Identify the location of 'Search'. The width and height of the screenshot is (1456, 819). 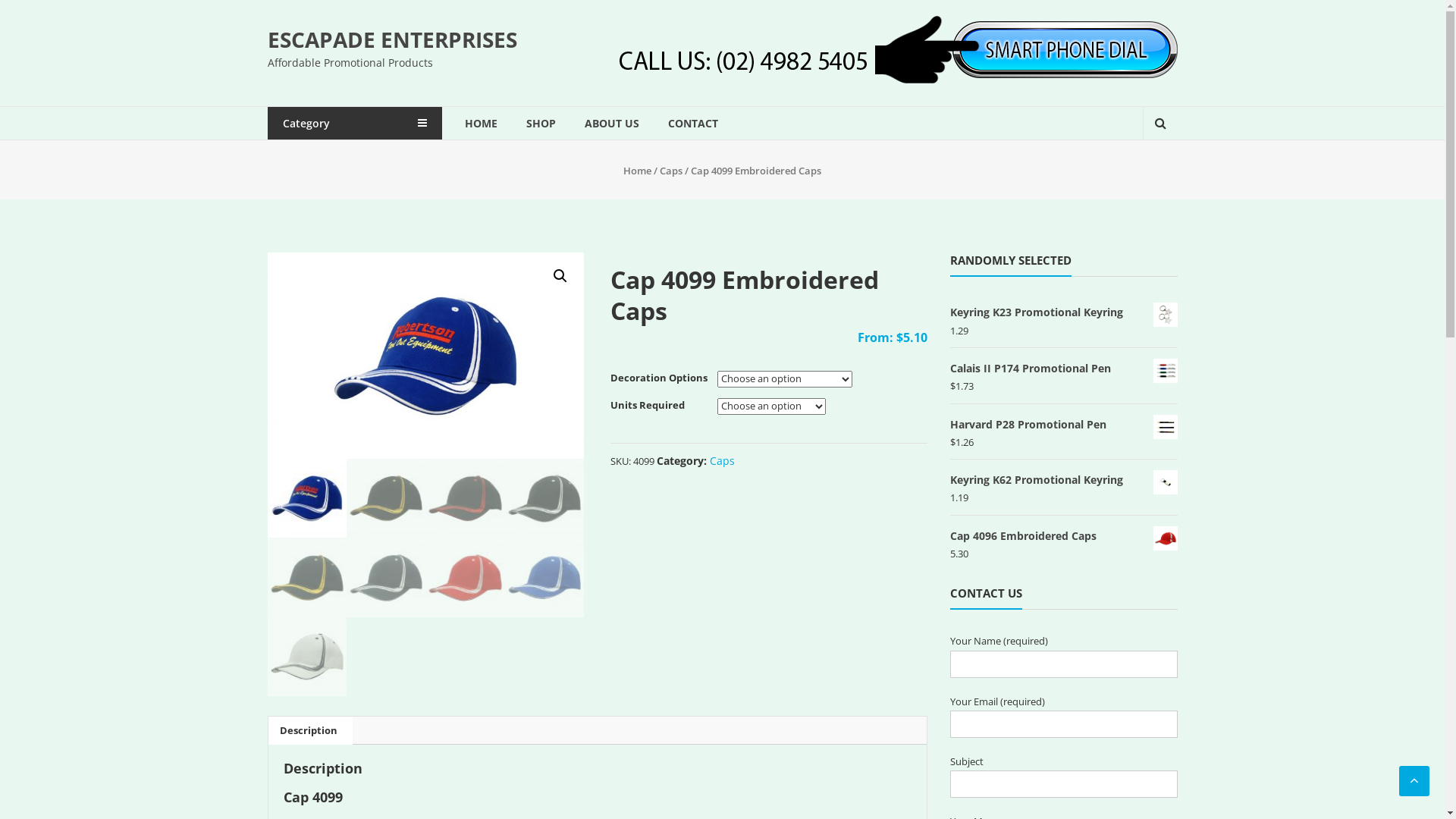
(1150, 174).